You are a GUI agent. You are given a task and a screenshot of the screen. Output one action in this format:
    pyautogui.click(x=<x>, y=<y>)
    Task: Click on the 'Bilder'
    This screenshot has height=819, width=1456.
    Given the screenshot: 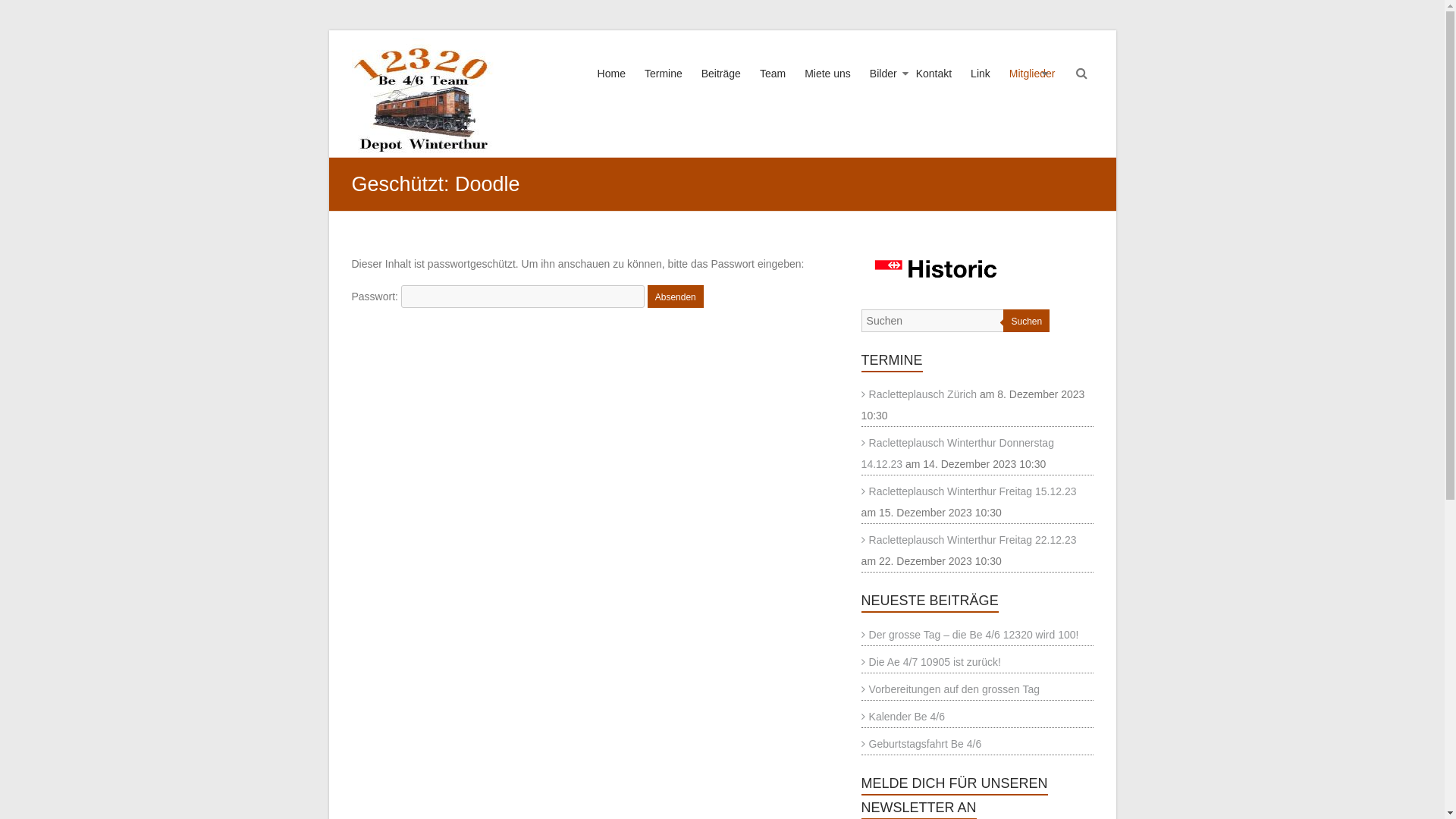 What is the action you would take?
    pyautogui.click(x=883, y=87)
    